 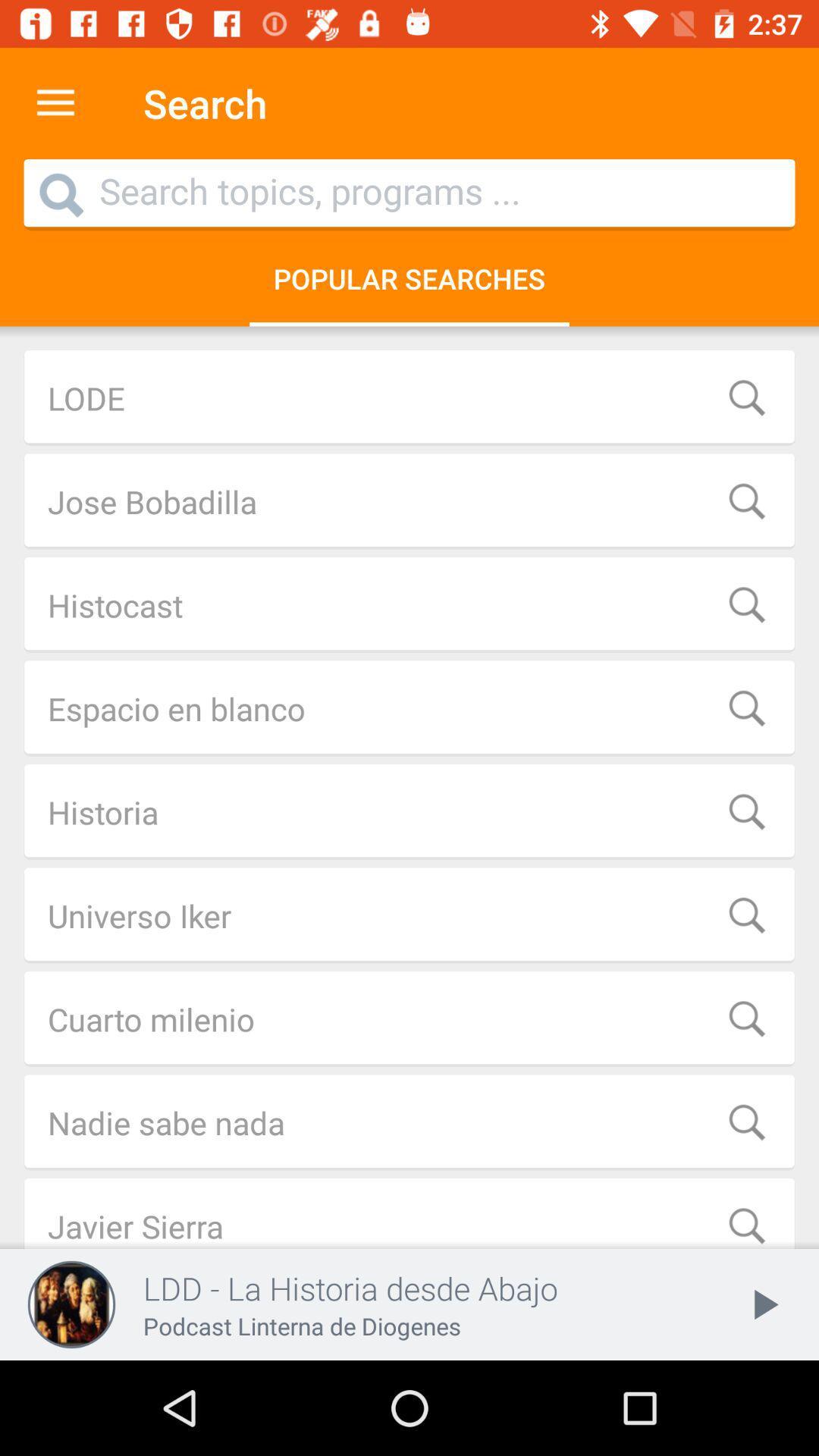 What do you see at coordinates (409, 1019) in the screenshot?
I see `the icon below the universo iker item` at bounding box center [409, 1019].